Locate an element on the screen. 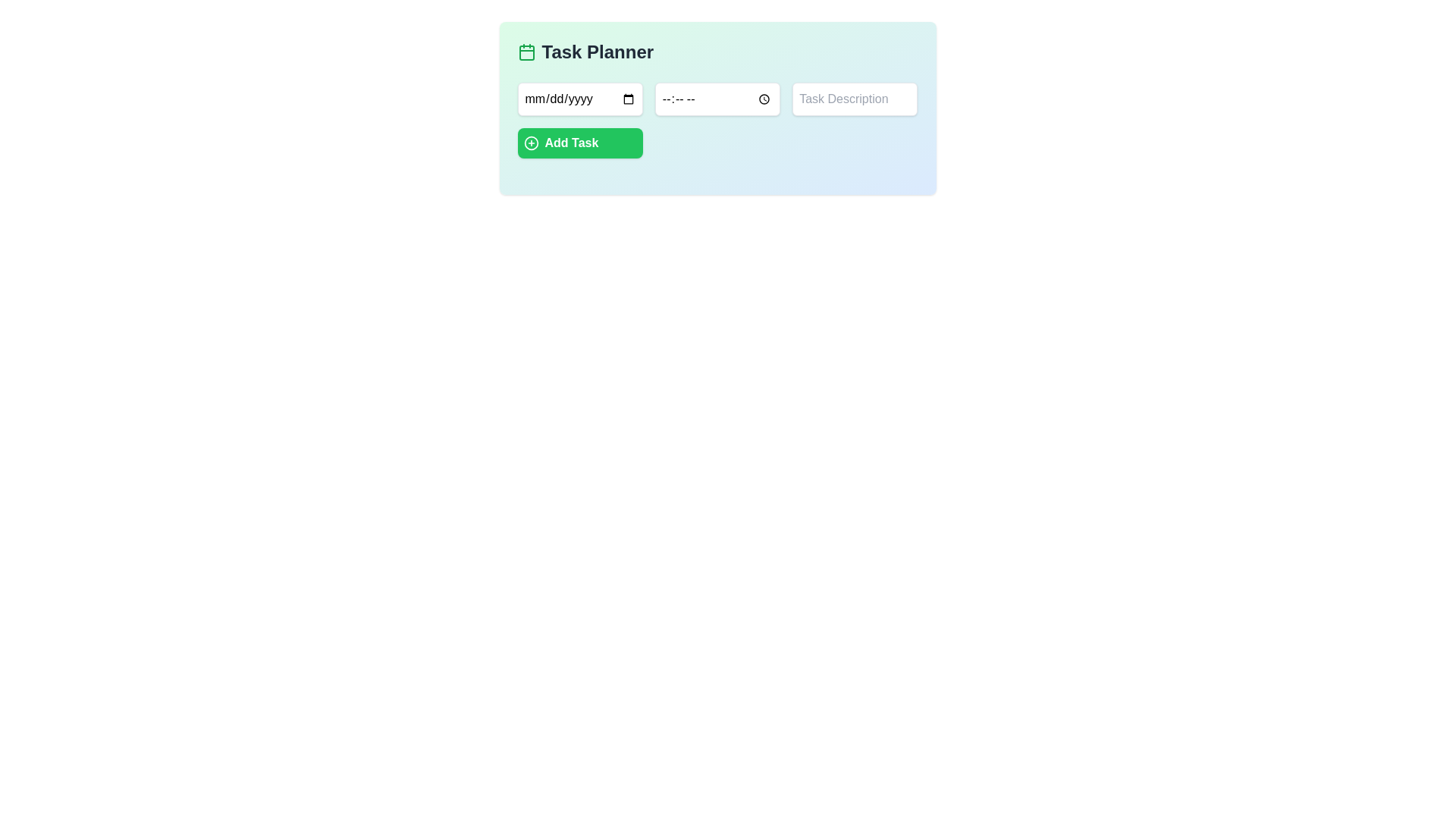 The height and width of the screenshot is (819, 1456). the circular UI component with a green stroke and red fill, which is centered within the button labeled 'Add Task' in the task planner interface is located at coordinates (531, 143).